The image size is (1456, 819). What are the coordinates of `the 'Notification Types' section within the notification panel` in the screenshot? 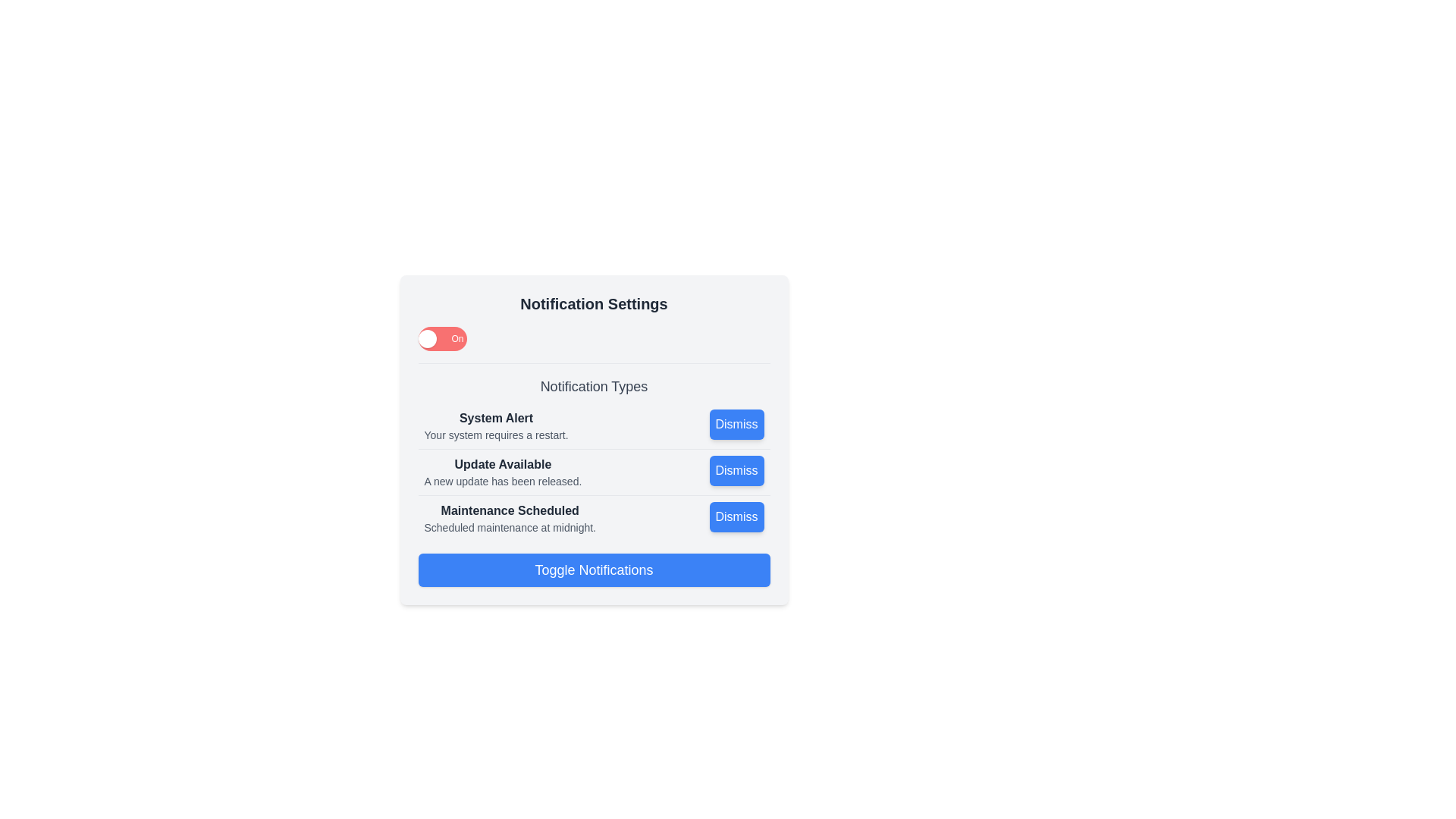 It's located at (593, 451).